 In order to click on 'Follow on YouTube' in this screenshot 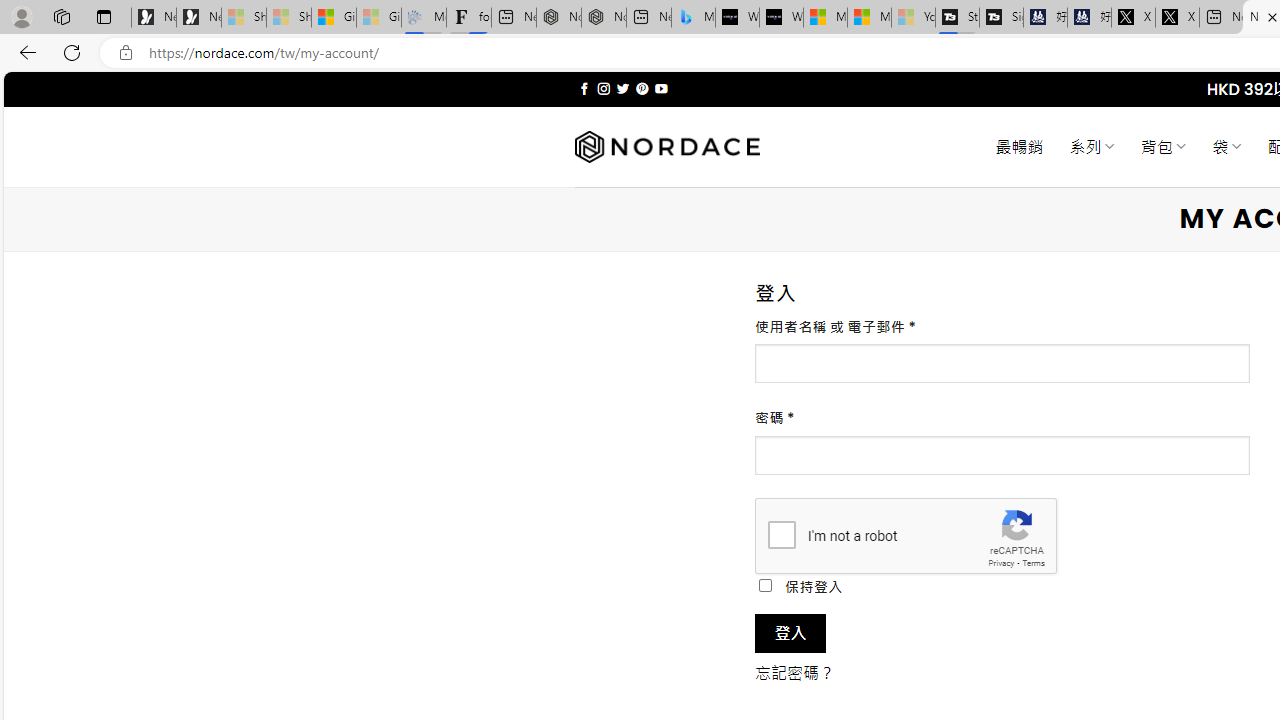, I will do `click(661, 88)`.